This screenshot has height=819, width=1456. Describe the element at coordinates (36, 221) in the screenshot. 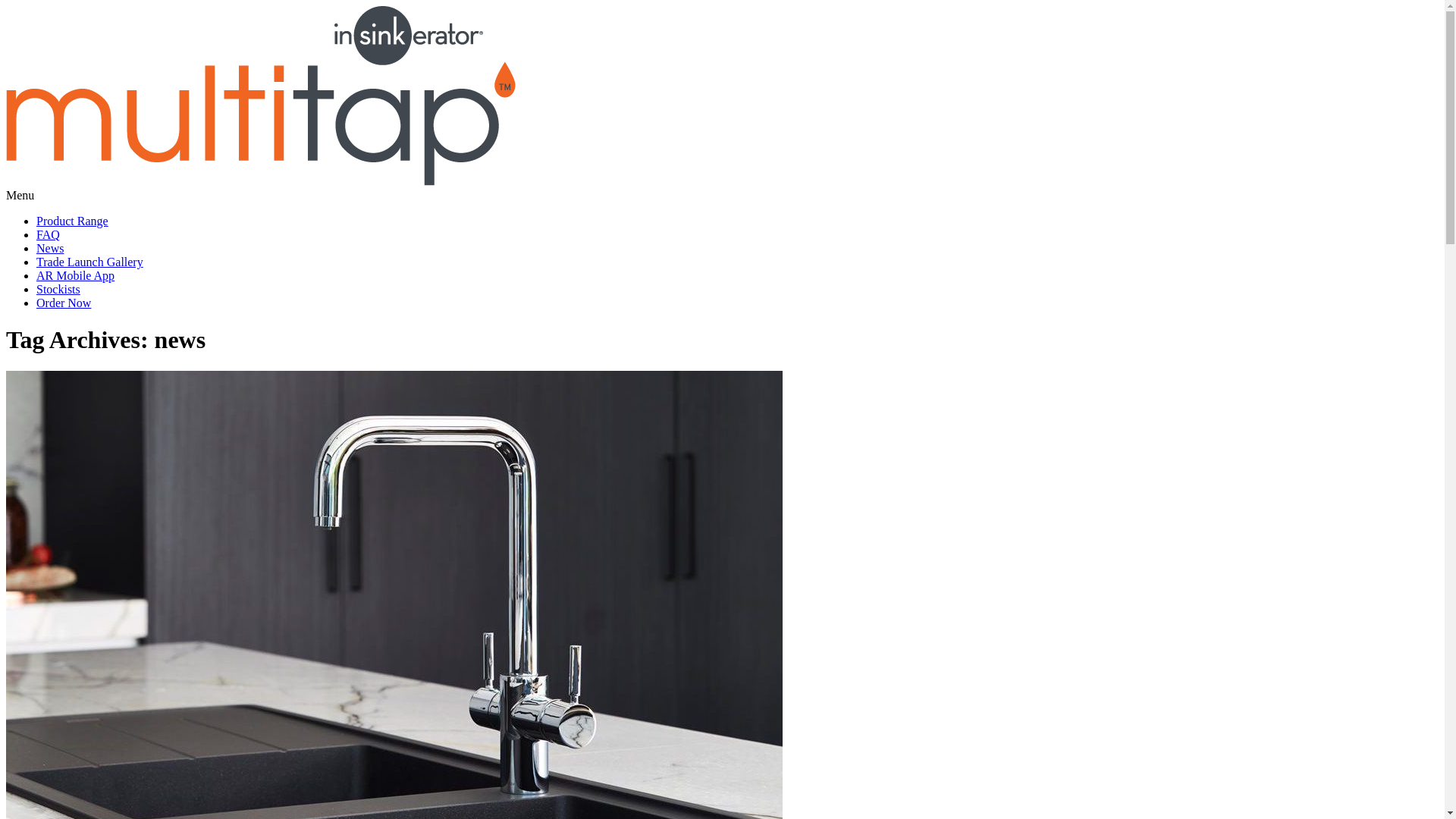

I see `'Product Range'` at that location.